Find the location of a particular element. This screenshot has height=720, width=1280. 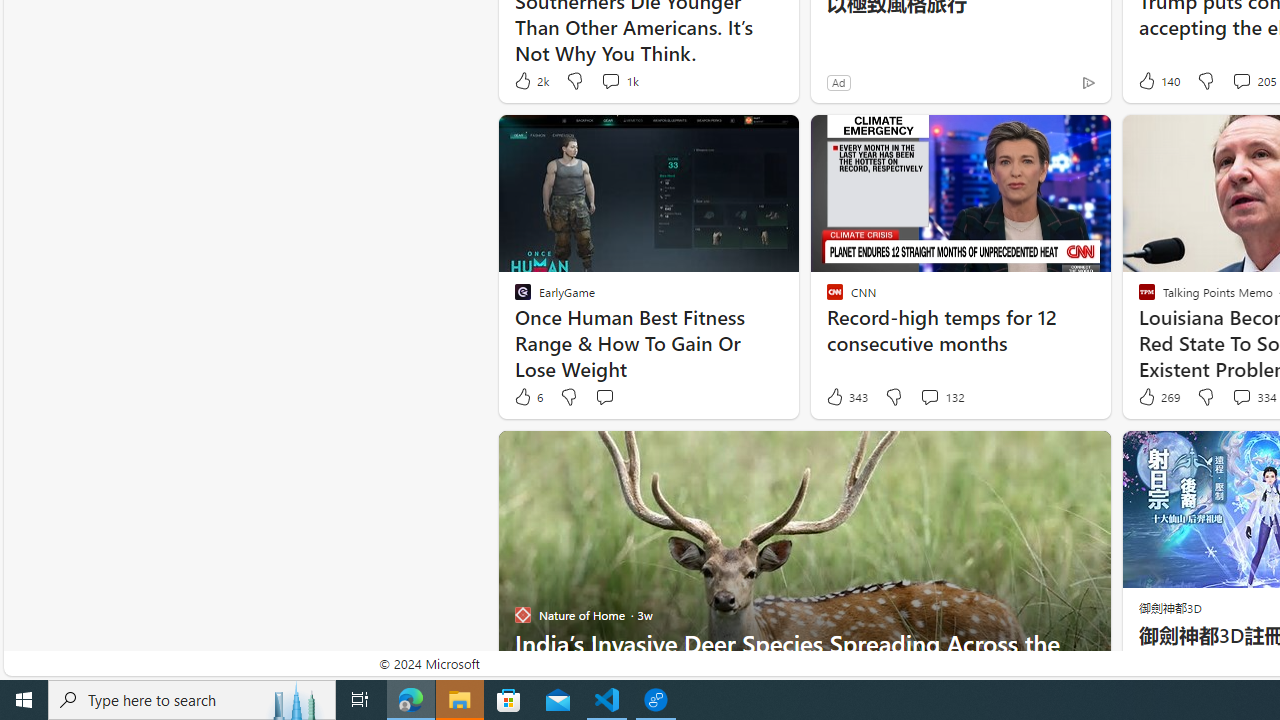

'140 Like' is located at coordinates (1157, 80).